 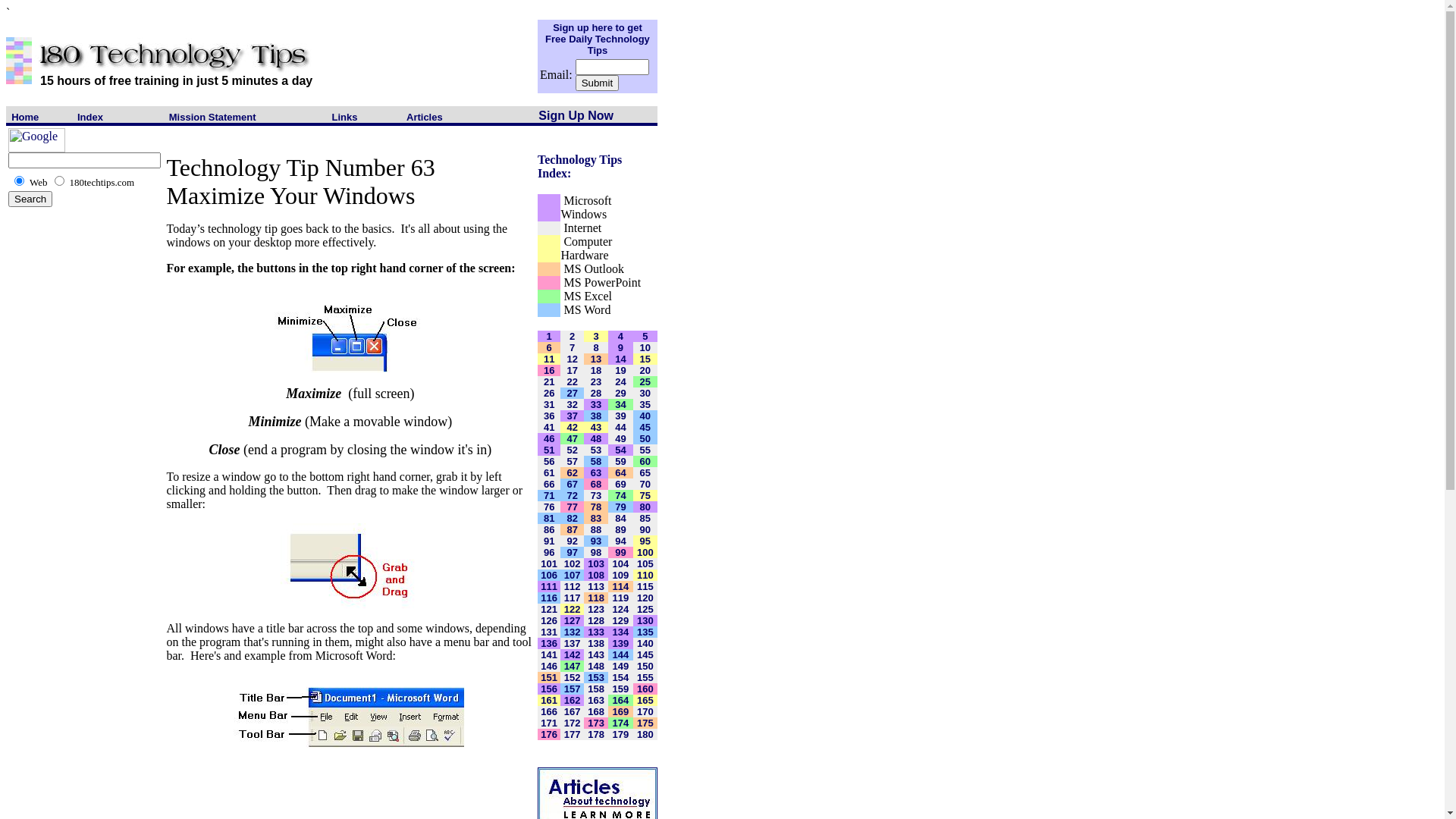 What do you see at coordinates (563, 688) in the screenshot?
I see `'157'` at bounding box center [563, 688].